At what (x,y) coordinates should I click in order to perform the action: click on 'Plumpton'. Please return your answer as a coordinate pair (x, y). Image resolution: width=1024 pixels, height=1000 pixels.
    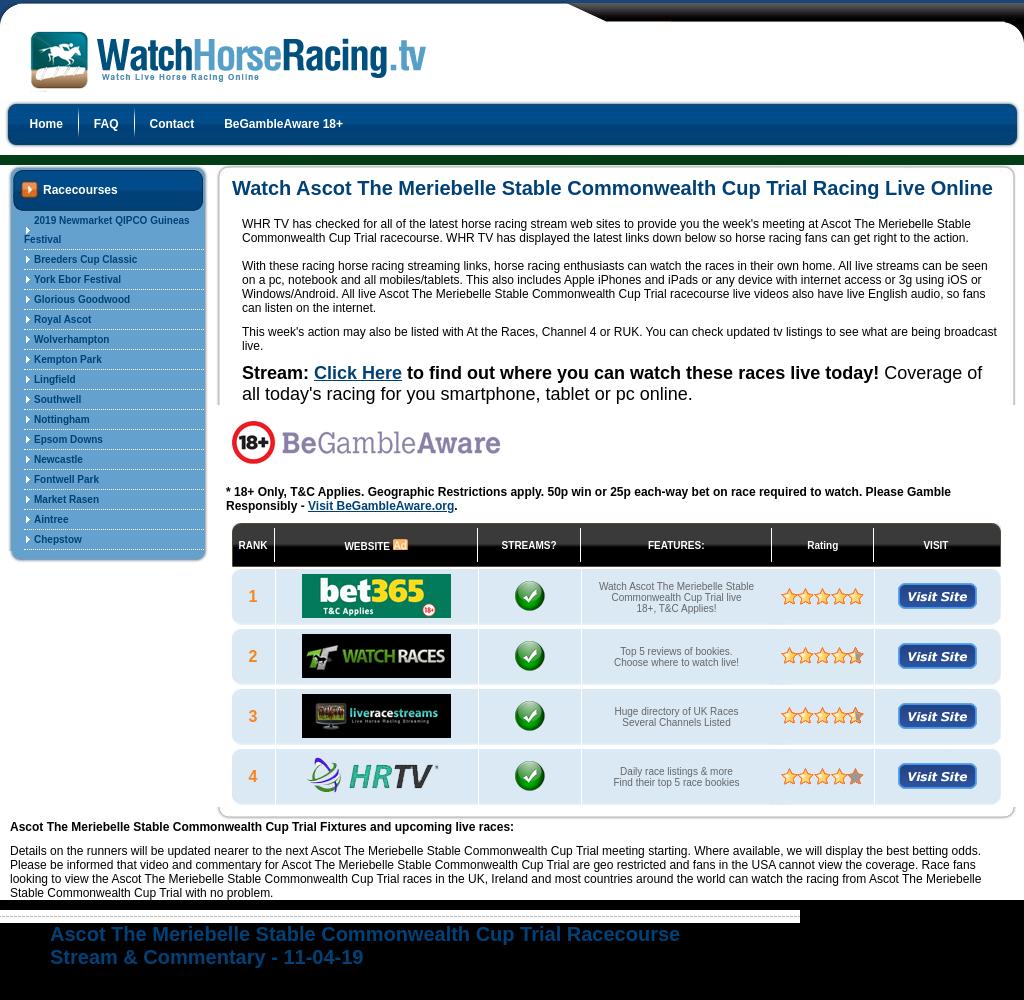
    Looking at the image, I should click on (56, 659).